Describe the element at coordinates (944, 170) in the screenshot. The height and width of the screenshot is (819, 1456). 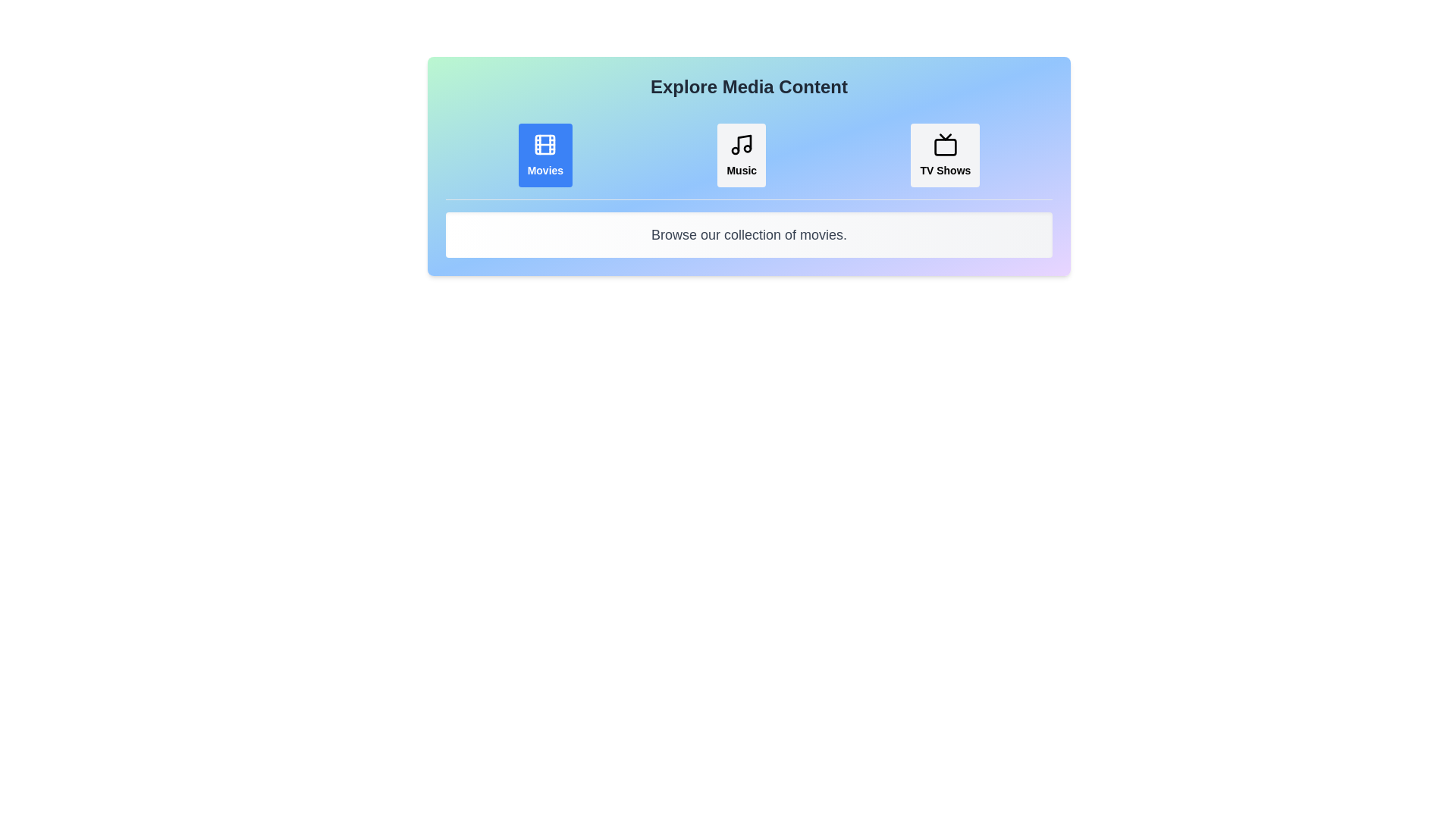
I see `the 'TV Shows' text label located beneath the television icon in the horizontal navigation bar, which serves as a descriptor for the section` at that location.